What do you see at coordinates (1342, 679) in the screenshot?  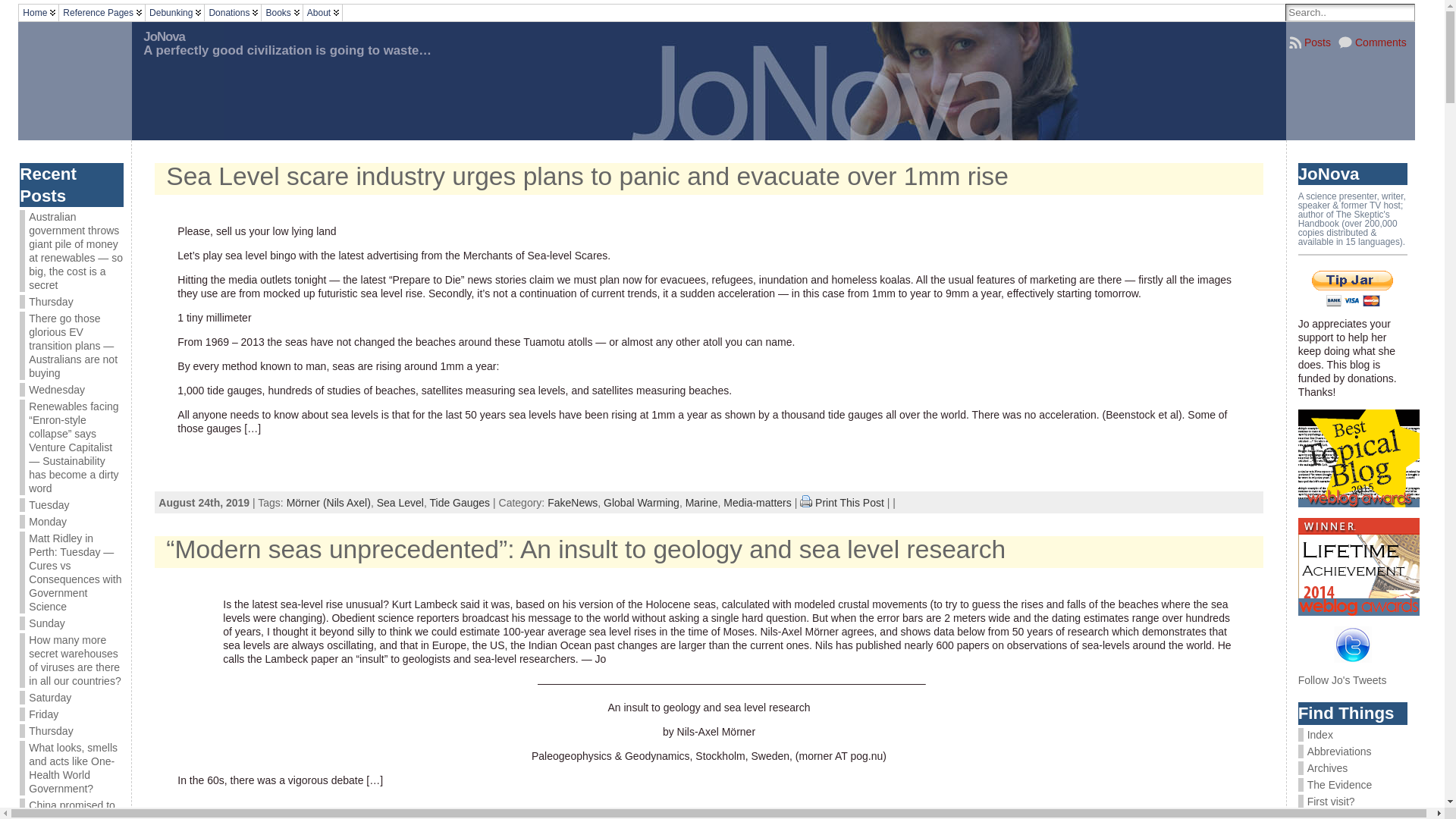 I see `'Follow Jo's Tweets'` at bounding box center [1342, 679].